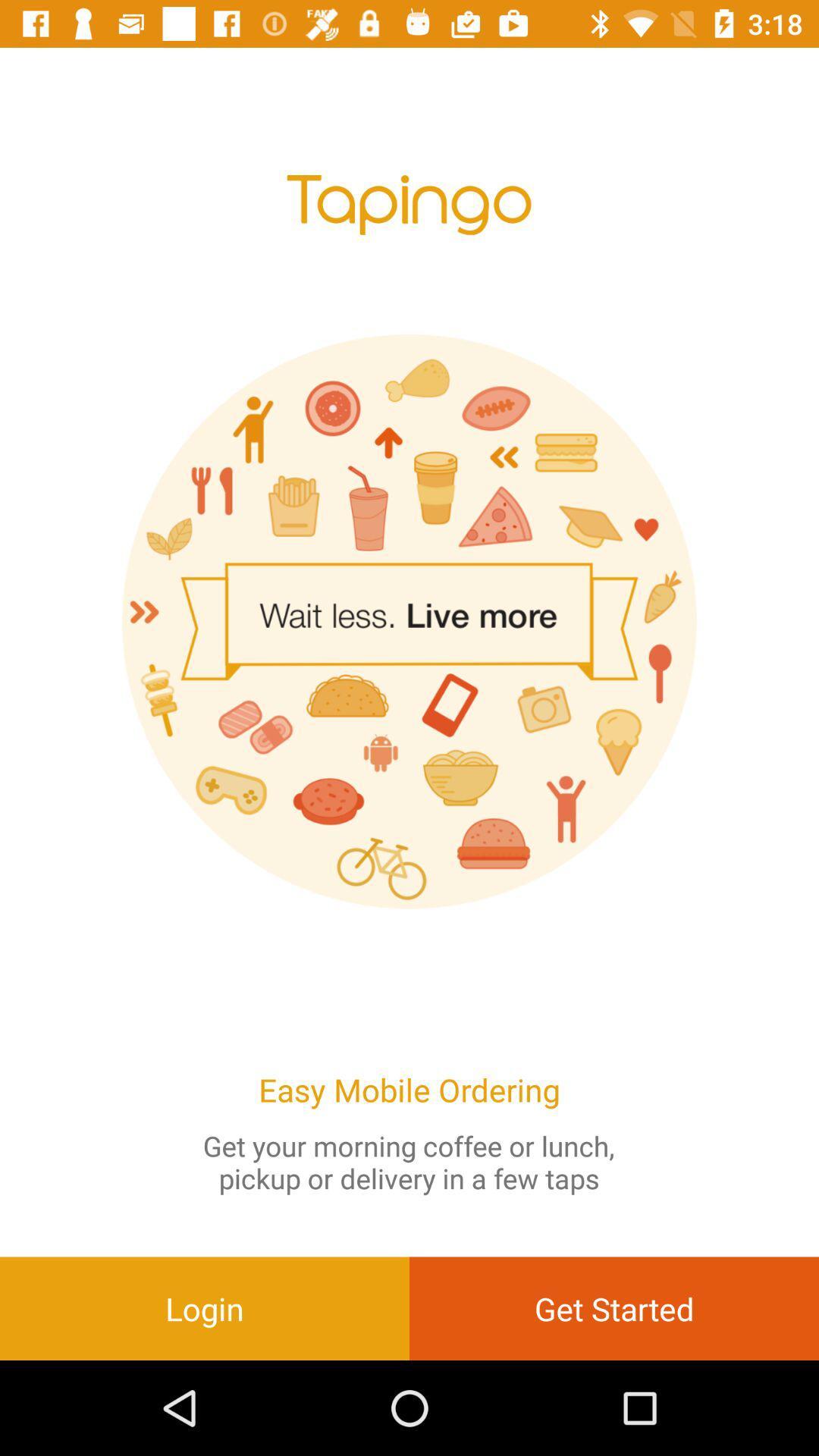  I want to click on the login at the bottom left corner, so click(205, 1307).